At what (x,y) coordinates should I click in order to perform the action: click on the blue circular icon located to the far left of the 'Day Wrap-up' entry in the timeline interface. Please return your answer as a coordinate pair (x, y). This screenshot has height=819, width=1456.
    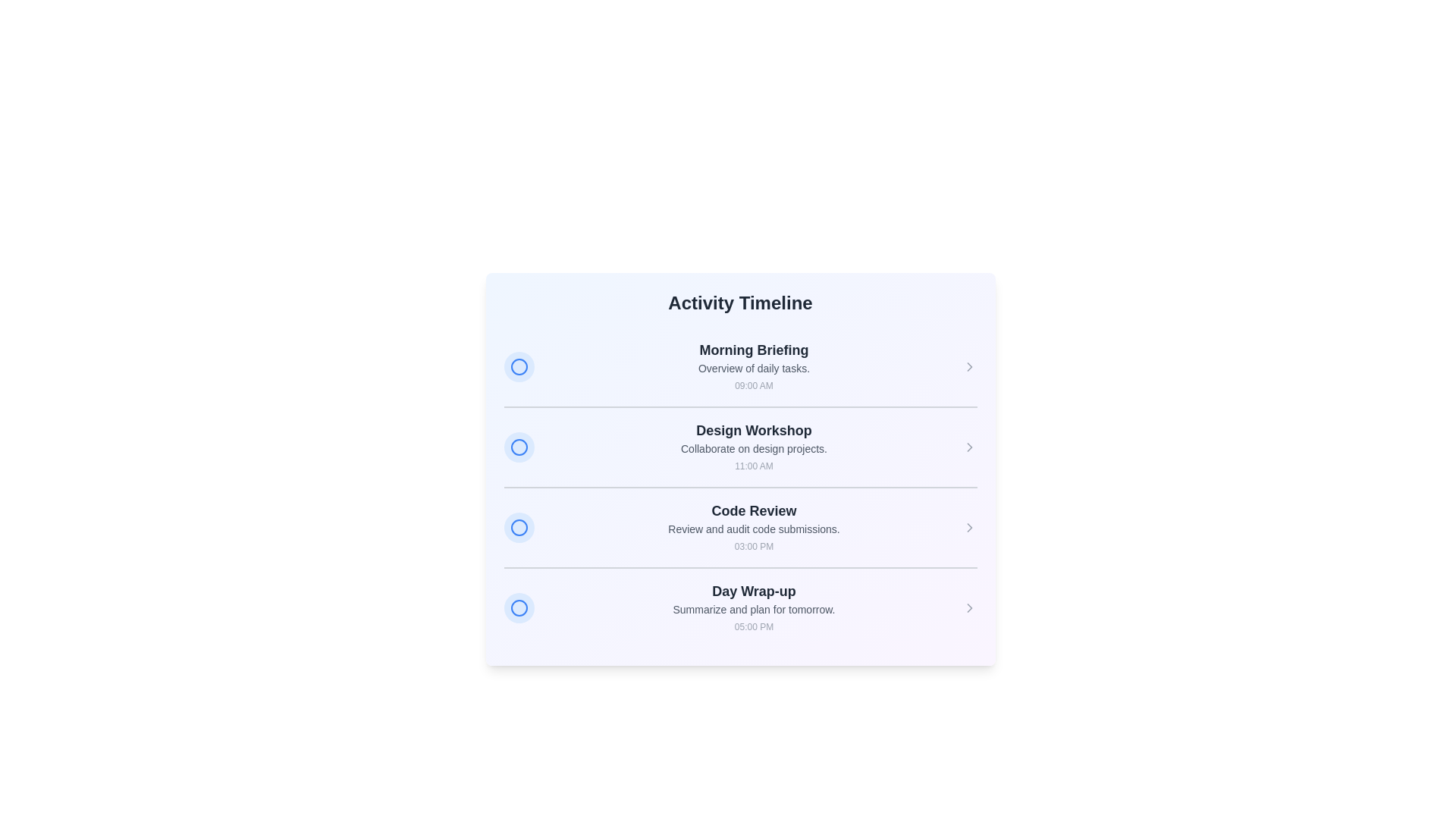
    Looking at the image, I should click on (519, 607).